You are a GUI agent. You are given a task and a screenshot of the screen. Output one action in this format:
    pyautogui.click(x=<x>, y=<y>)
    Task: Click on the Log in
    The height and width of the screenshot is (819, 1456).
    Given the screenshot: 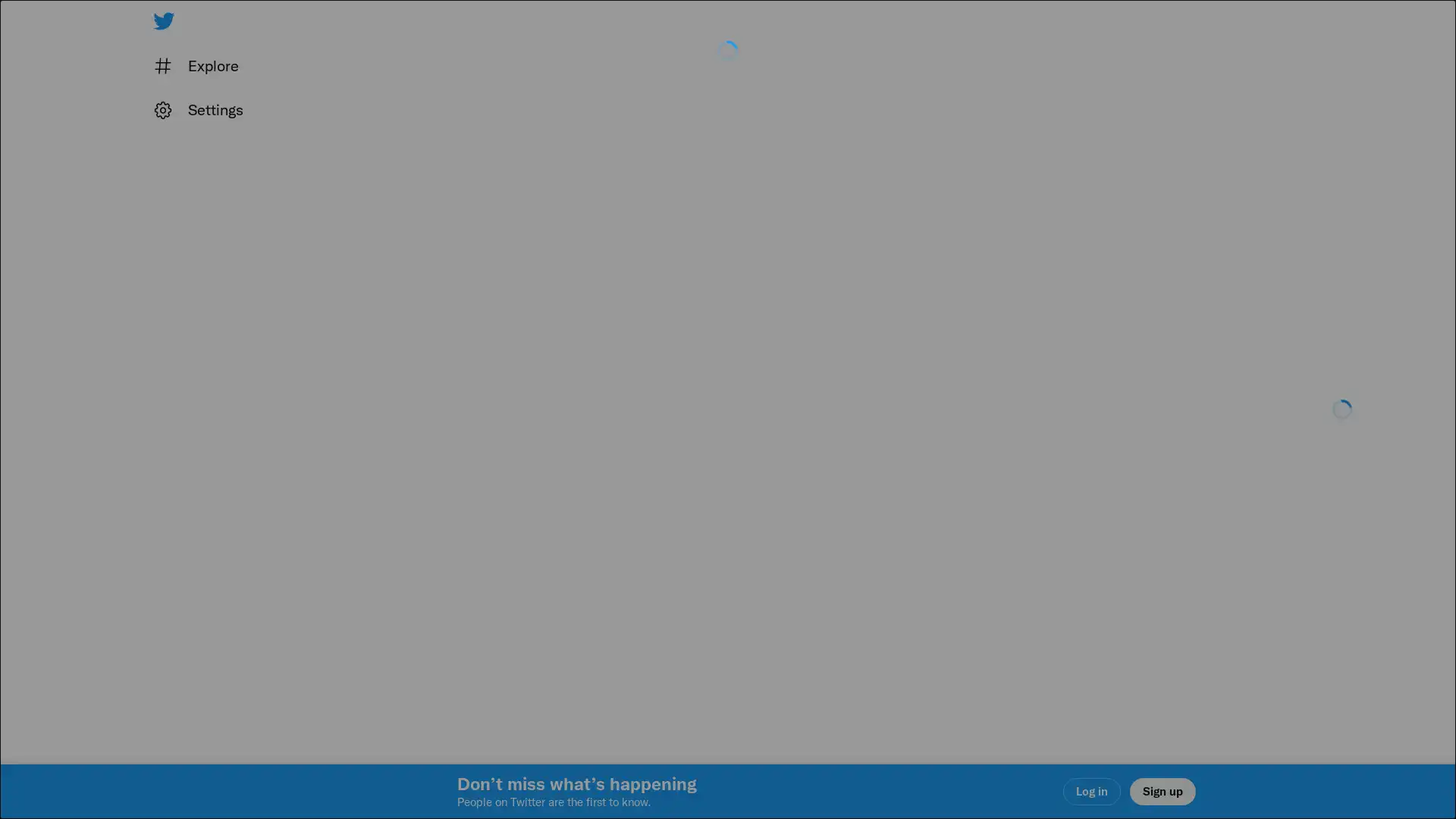 What is the action you would take?
    pyautogui.click(x=910, y=516)
    